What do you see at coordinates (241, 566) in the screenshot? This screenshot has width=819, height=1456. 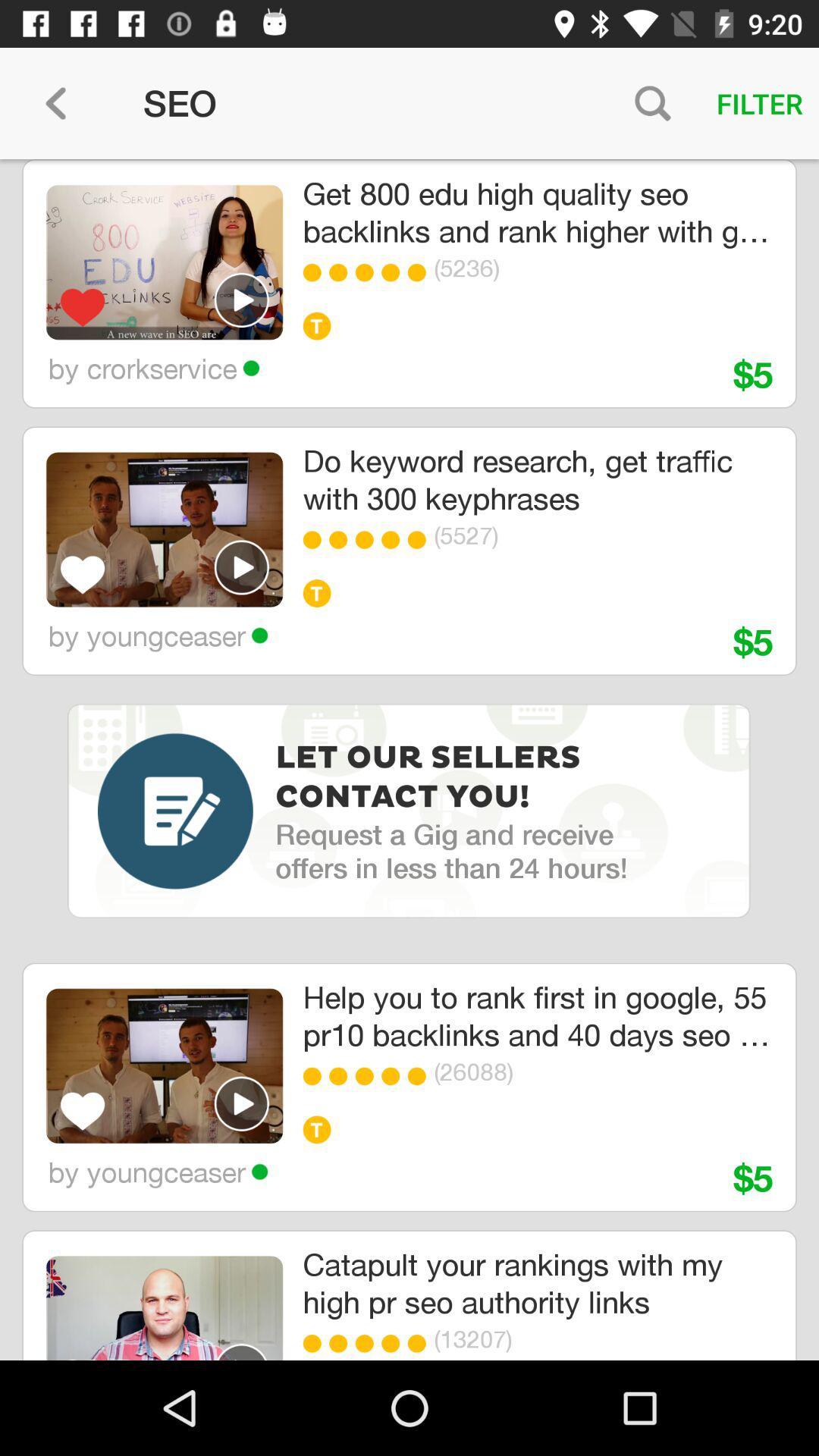 I see `the video icon in the second block` at bounding box center [241, 566].